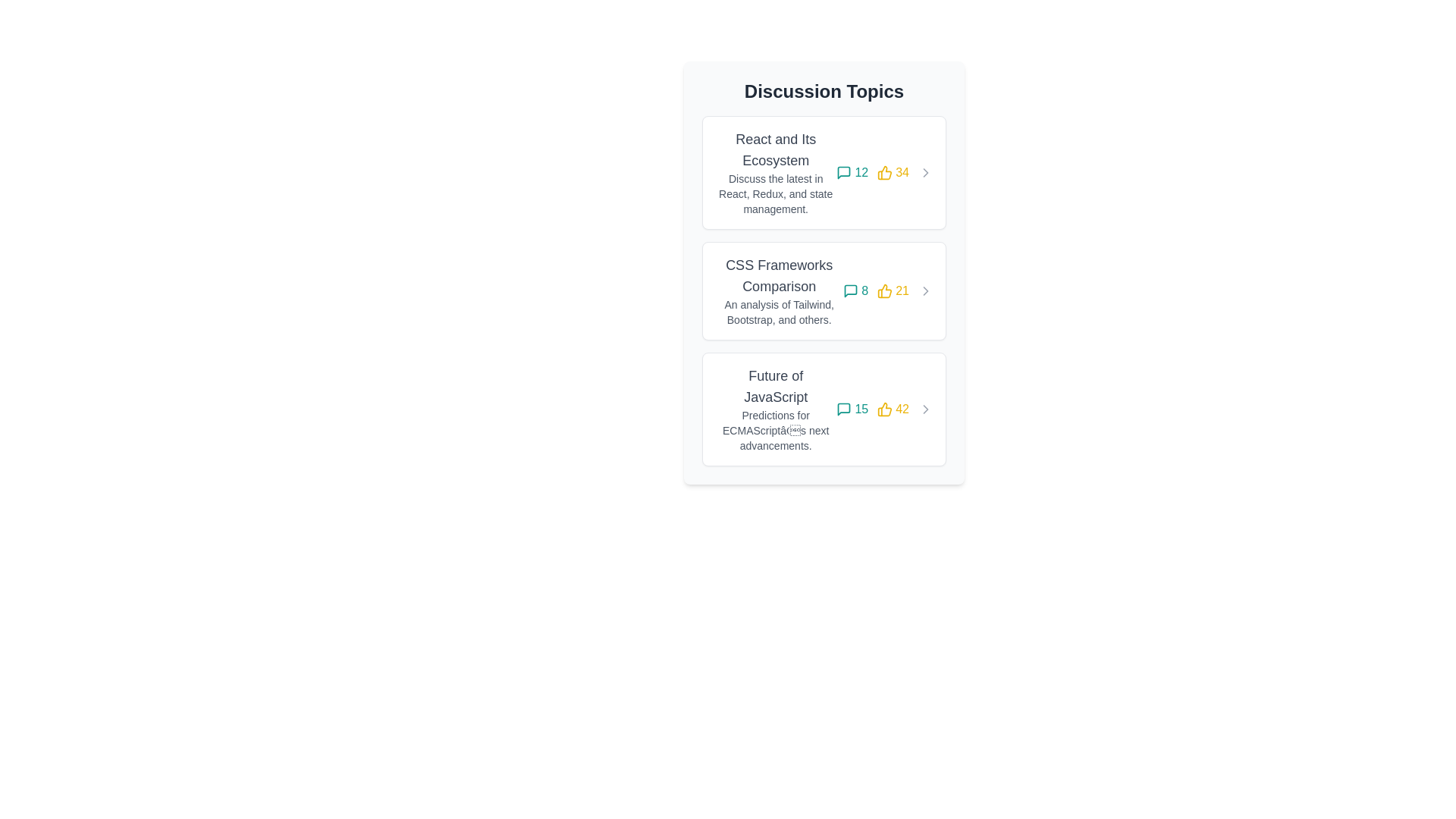 This screenshot has width=1456, height=819. Describe the element at coordinates (776, 193) in the screenshot. I see `text label that provides a brief description of the discussion topic titled 'React and Its Ecosystem', which is located below the heading of the same title and is the first in the vertical list of discussion topics` at that location.